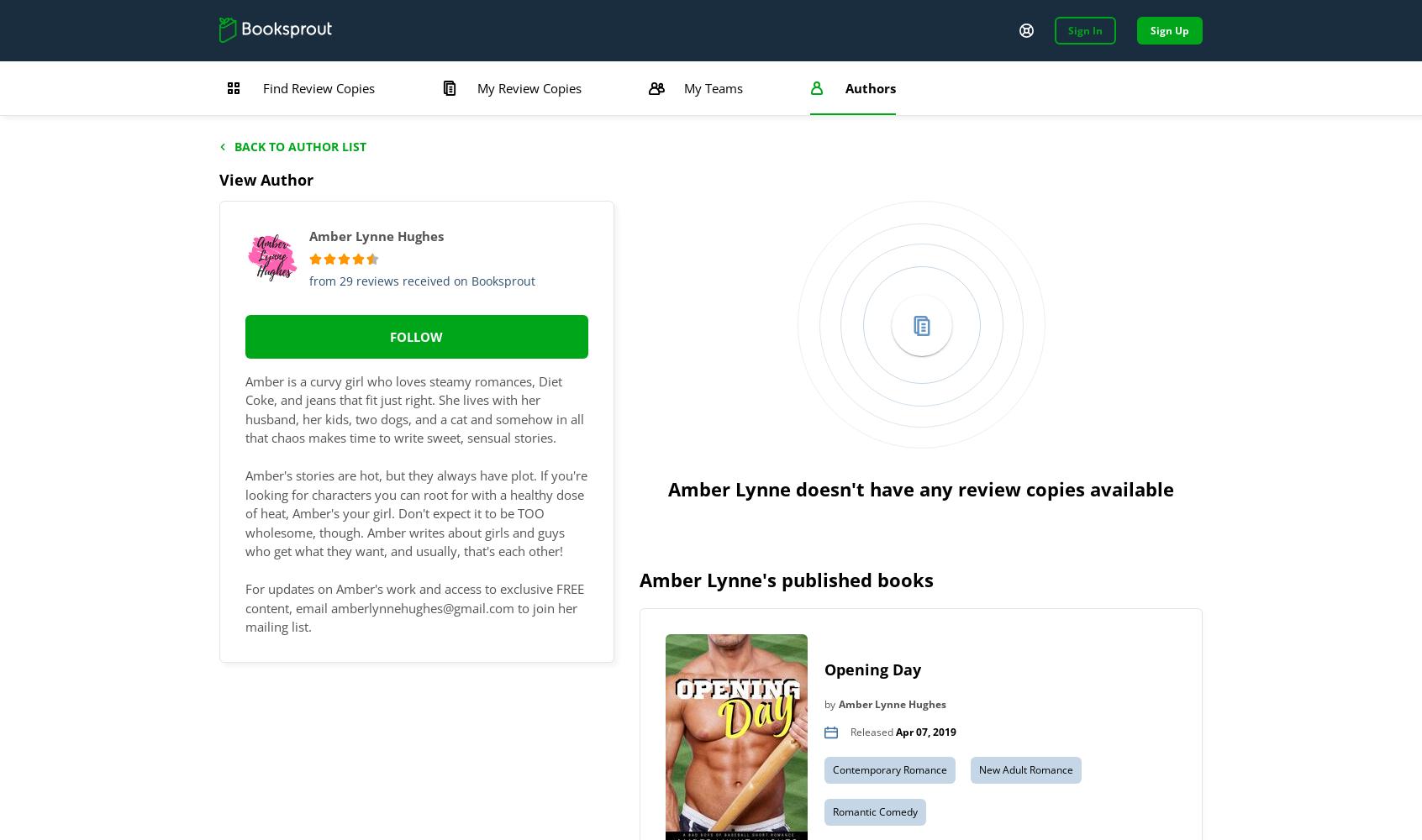 This screenshot has width=1422, height=840. What do you see at coordinates (1025, 769) in the screenshot?
I see `'New Adult Romance'` at bounding box center [1025, 769].